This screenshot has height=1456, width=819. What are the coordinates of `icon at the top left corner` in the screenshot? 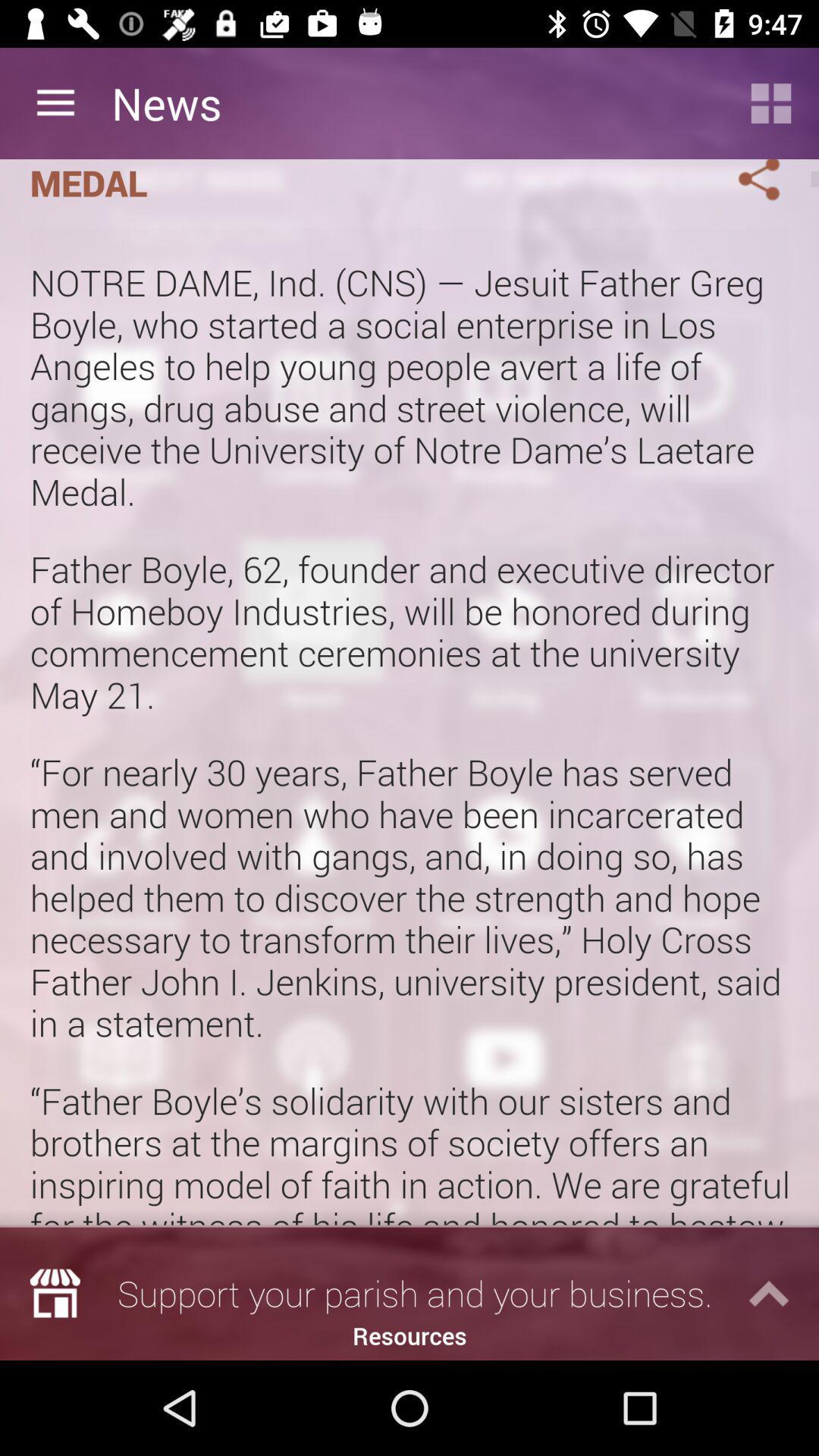 It's located at (55, 102).